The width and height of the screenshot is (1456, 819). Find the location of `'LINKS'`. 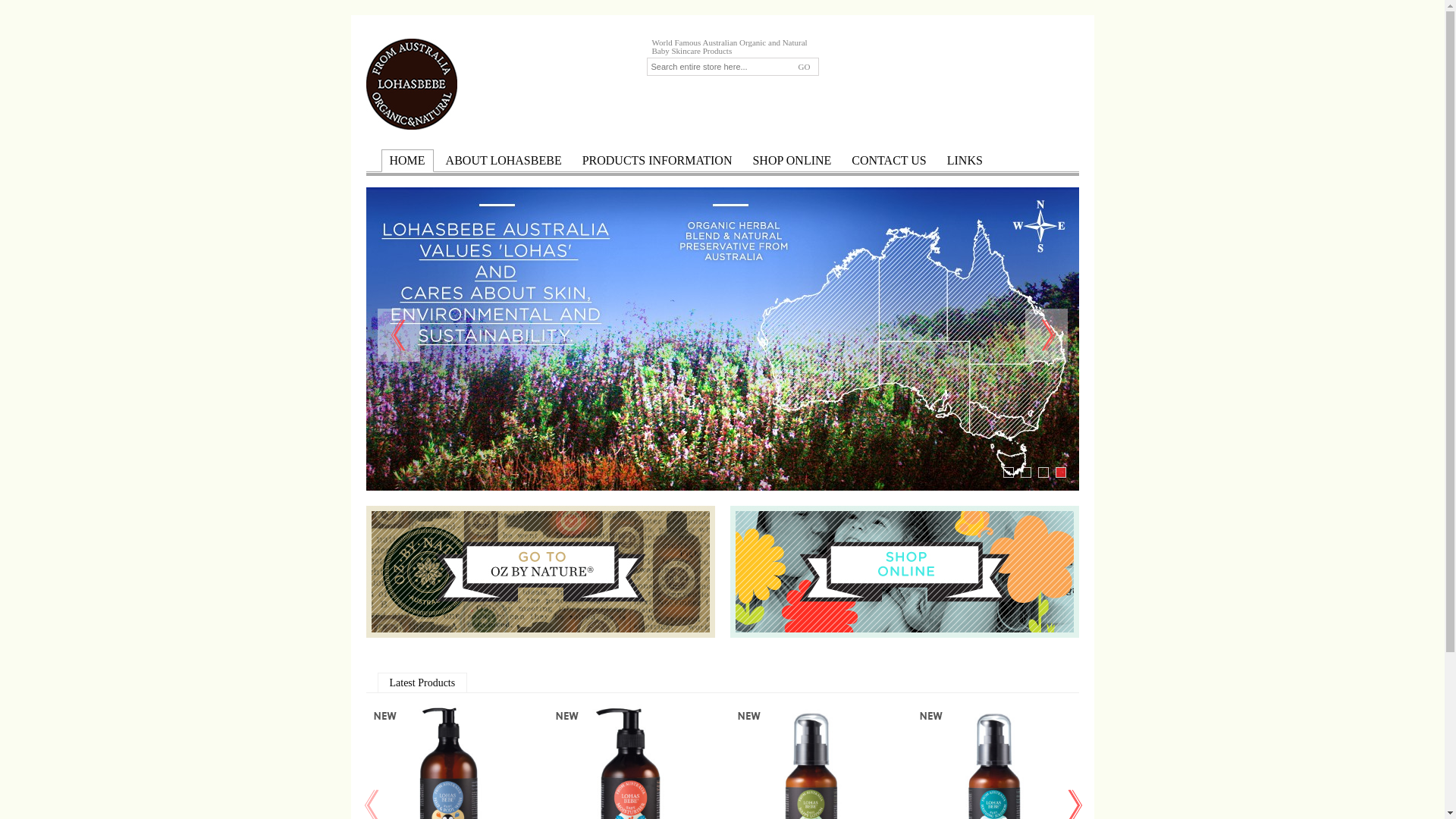

'LINKS' is located at coordinates (964, 160).